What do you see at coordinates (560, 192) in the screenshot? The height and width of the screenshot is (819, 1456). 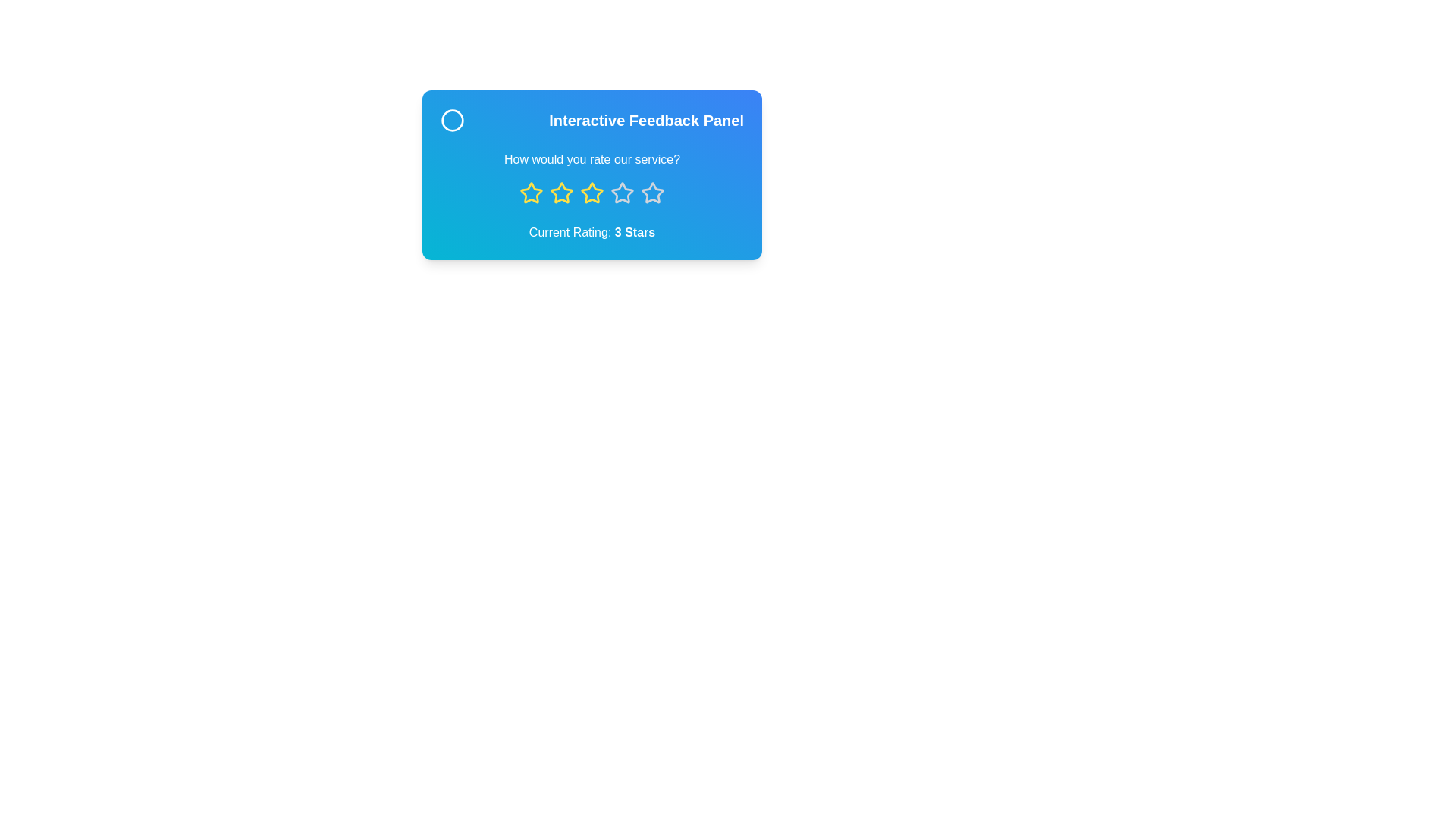 I see `the third star icon in the feedback panel` at bounding box center [560, 192].